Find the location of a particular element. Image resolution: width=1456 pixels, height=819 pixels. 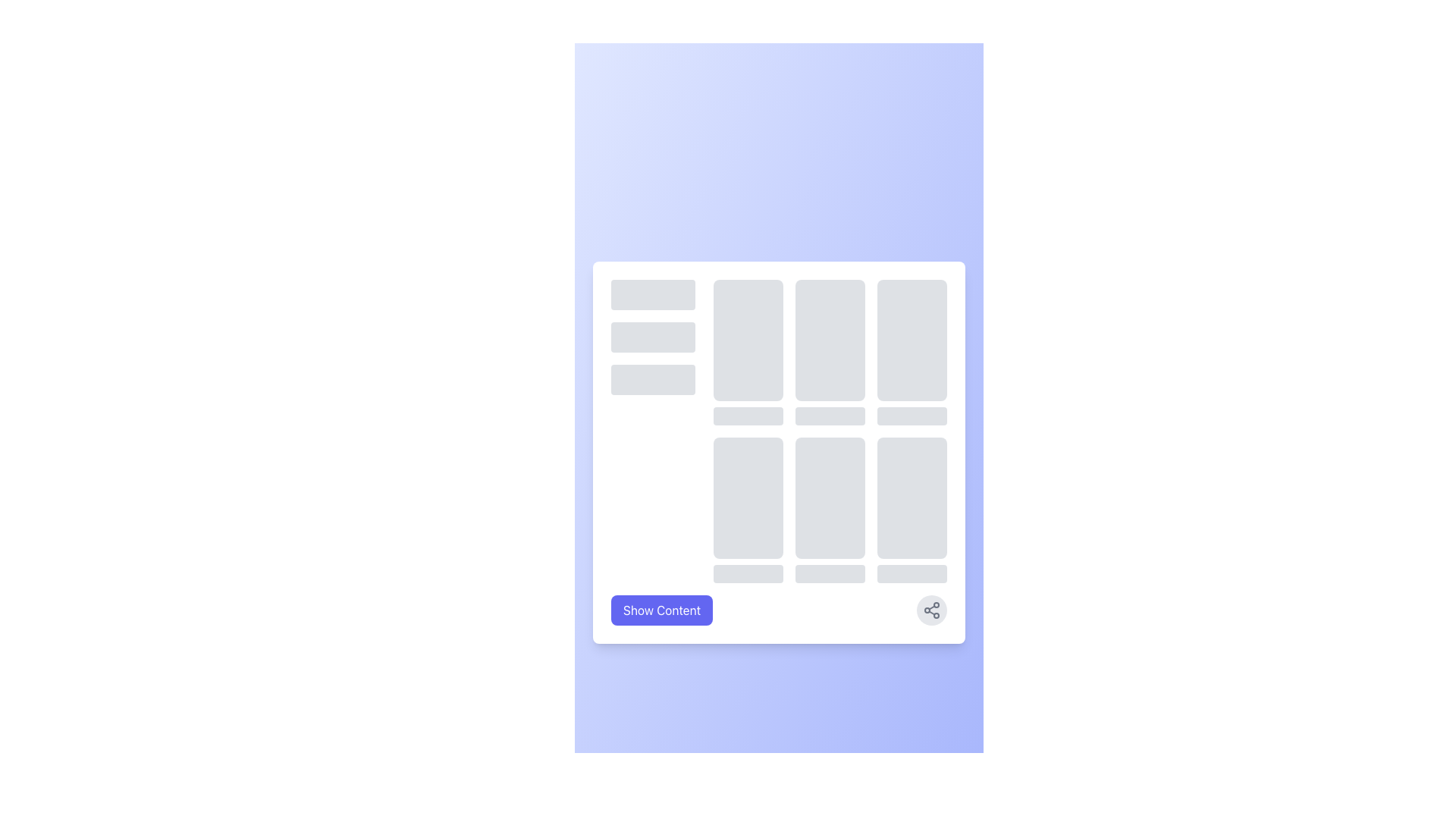

the topmost gray rectangular Placeholder/Skeleton Loader component, which has rounded corners and is located within a column of three identical elements is located at coordinates (653, 295).